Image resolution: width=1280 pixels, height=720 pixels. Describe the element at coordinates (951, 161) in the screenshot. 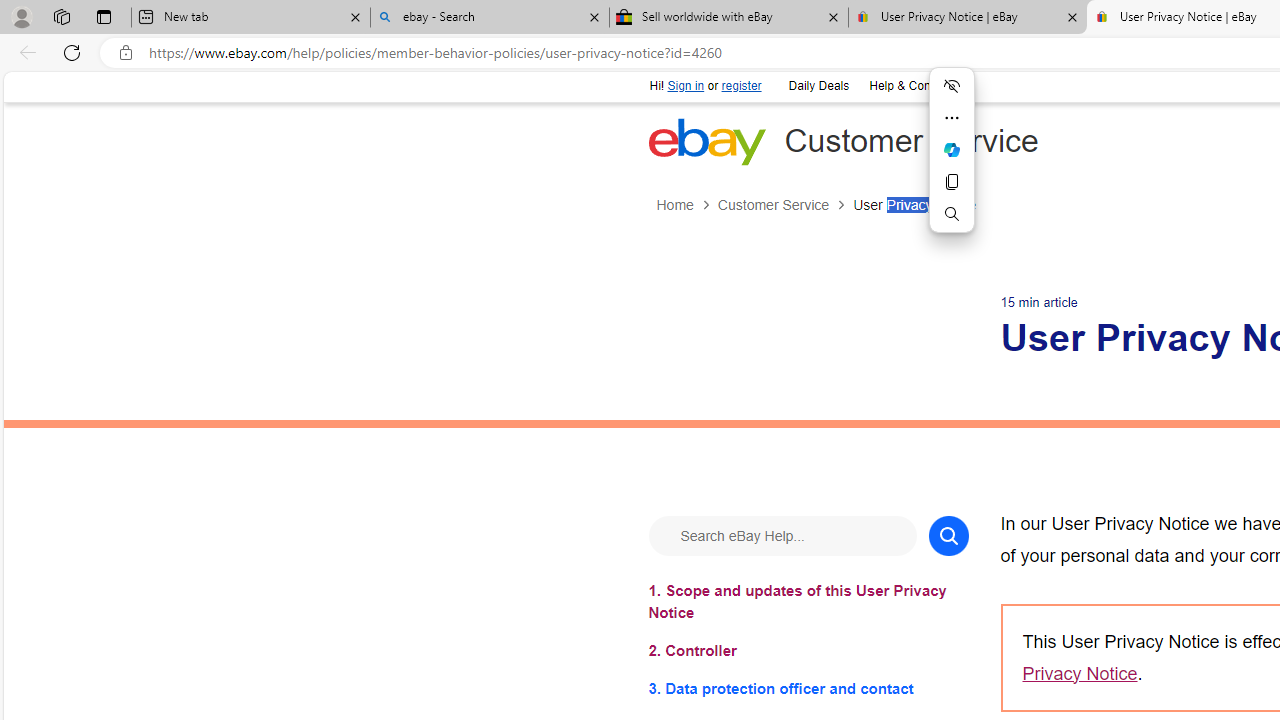

I see `'Mini menu on text selection'` at that location.